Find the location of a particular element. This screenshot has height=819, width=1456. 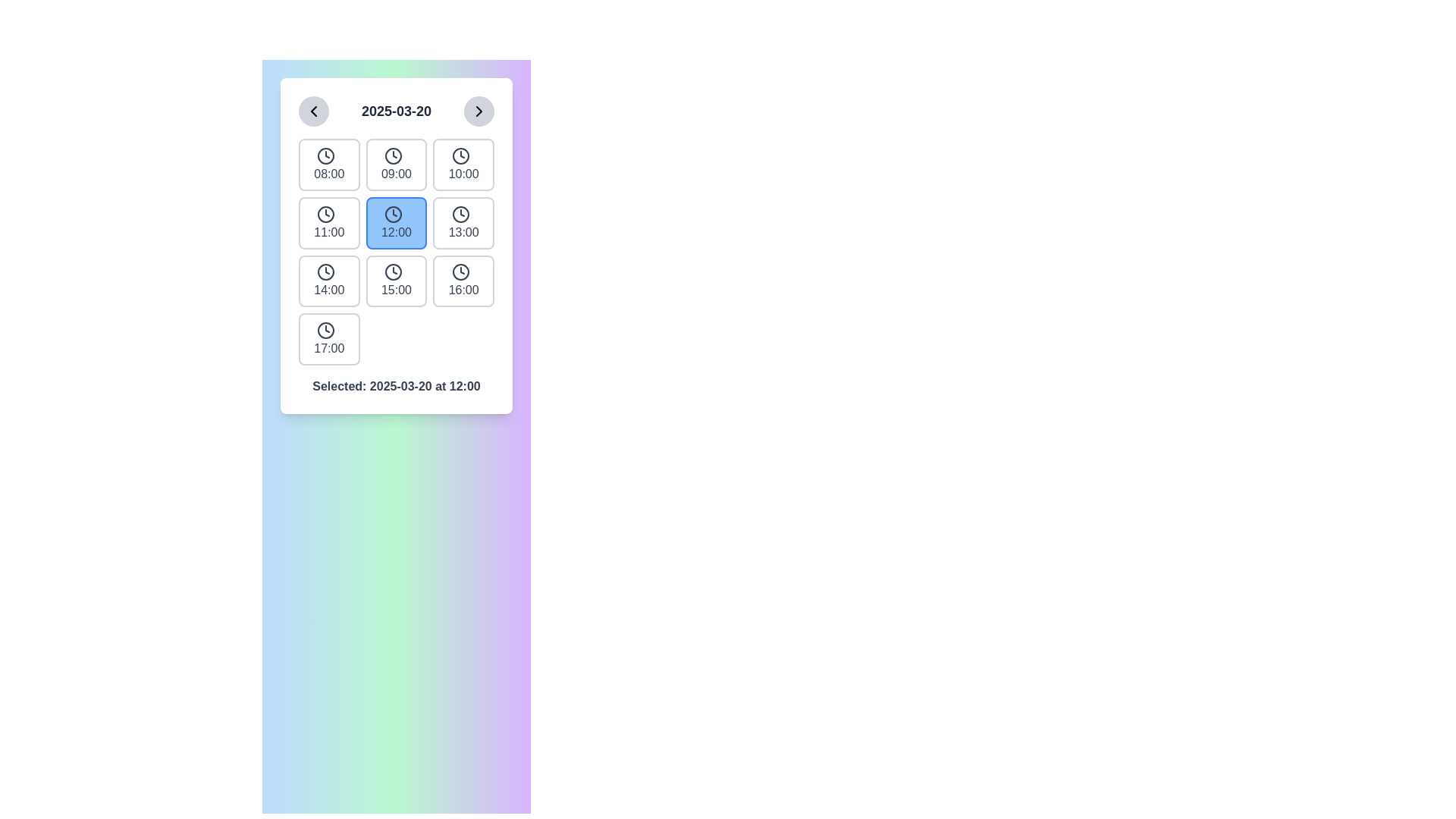

the square button with a light gray background and a dark blue outlined clock icon labeled '14:00', located in the fourth row and first column of the grid is located at coordinates (328, 281).